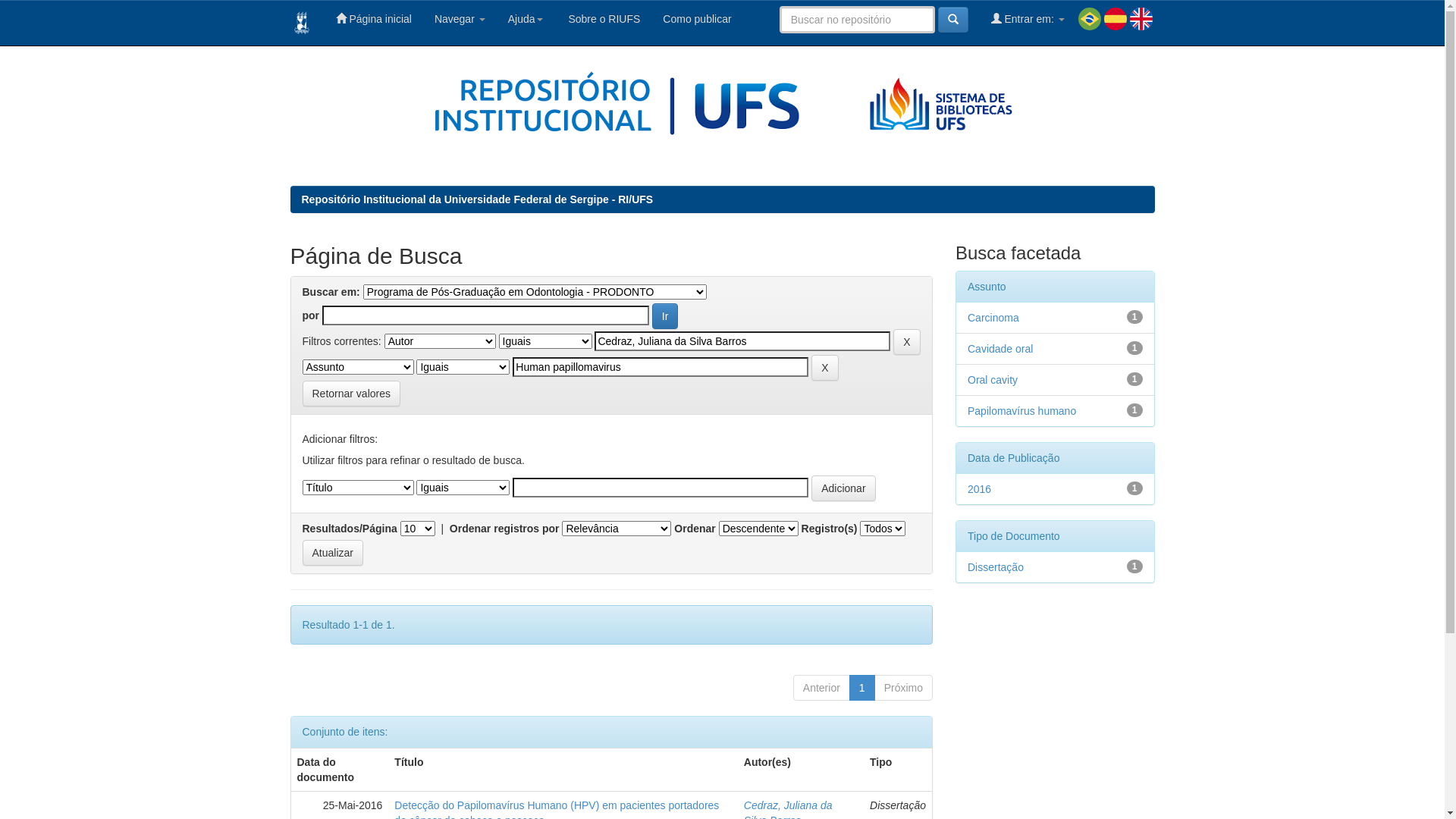  I want to click on 'Como publicar', so click(695, 18).